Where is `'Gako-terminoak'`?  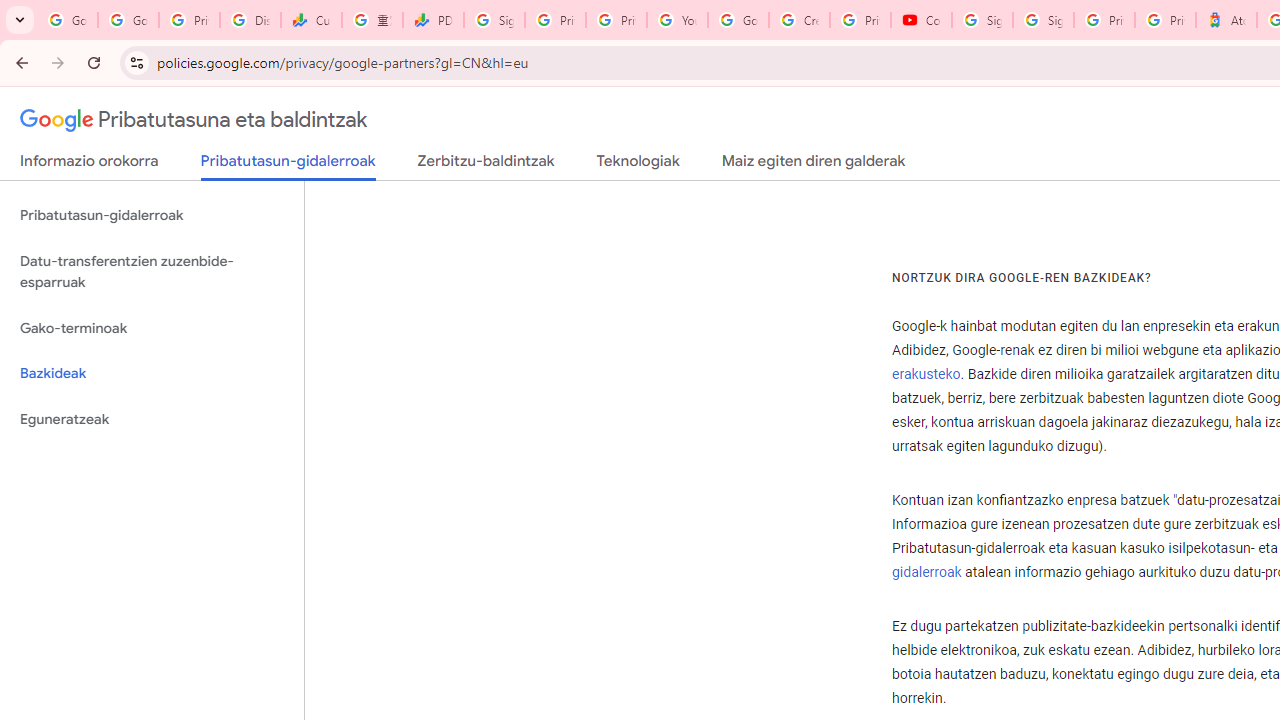 'Gako-terminoak' is located at coordinates (151, 327).